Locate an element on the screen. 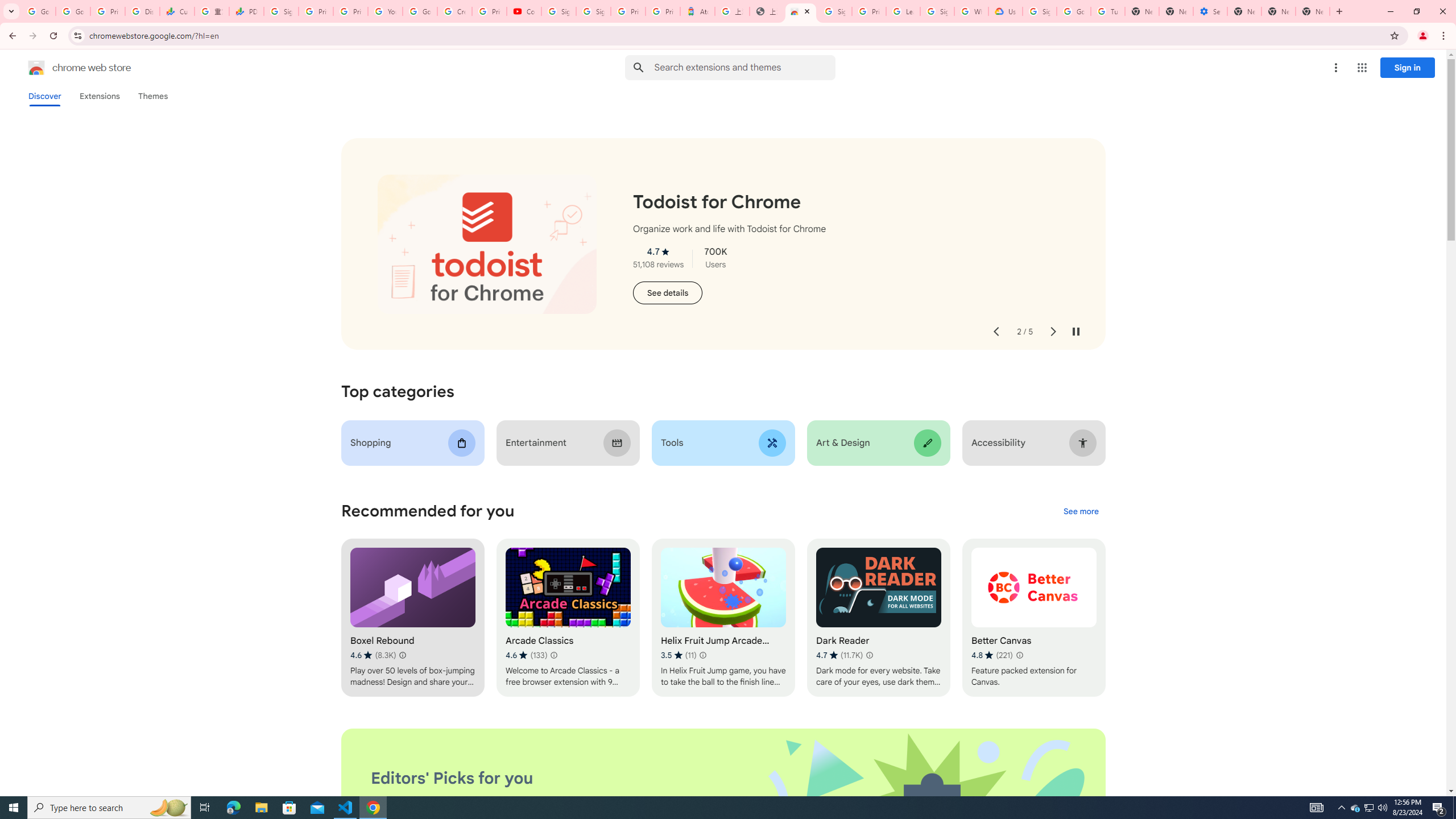 This screenshot has height=819, width=1456. 'Better Canvas' is located at coordinates (1033, 617).